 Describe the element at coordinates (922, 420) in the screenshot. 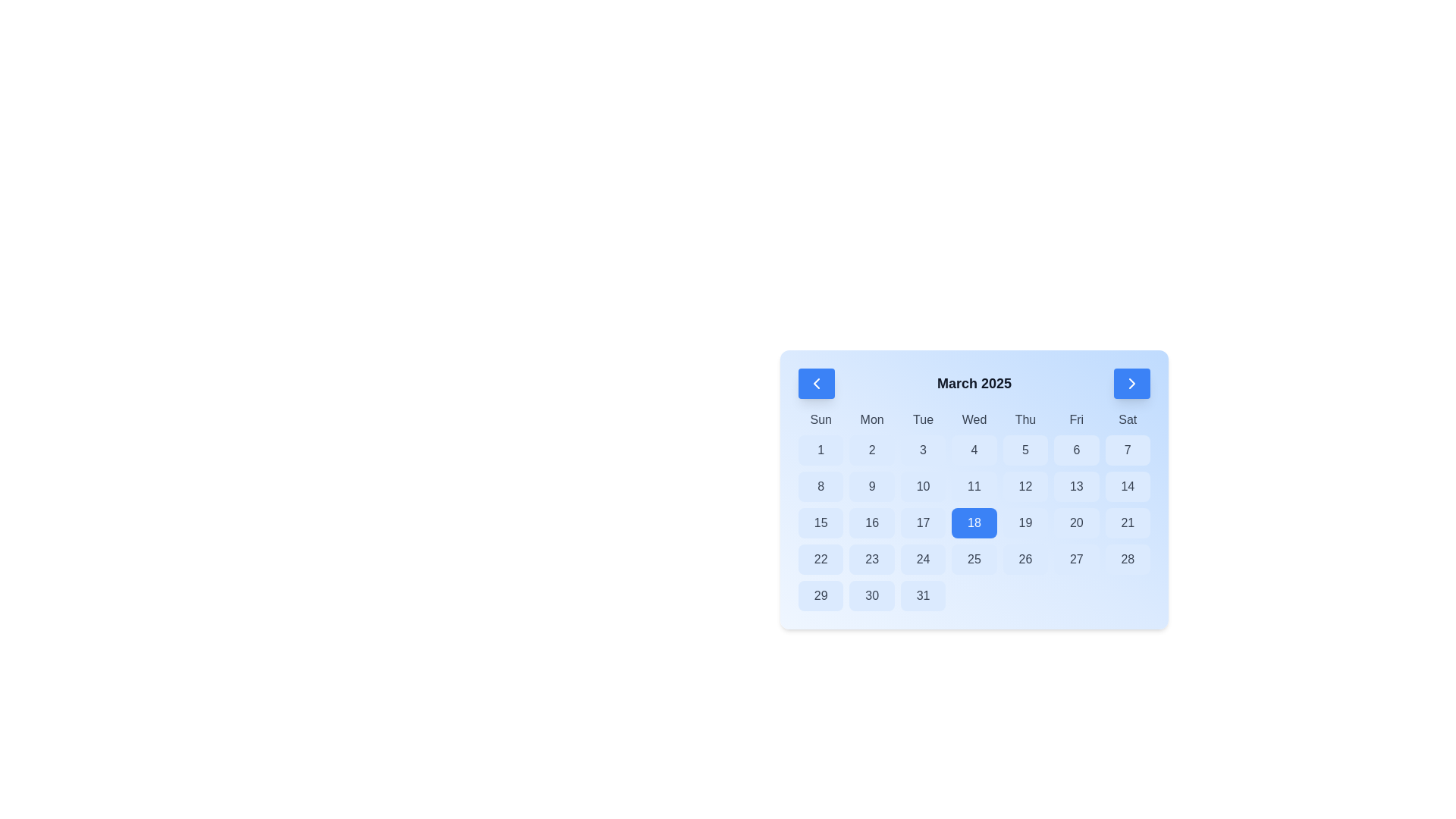

I see `the text label for Tuesday, which is the third text element representing the days of the week in the calendar interface, located between Monday and Wednesday` at that location.